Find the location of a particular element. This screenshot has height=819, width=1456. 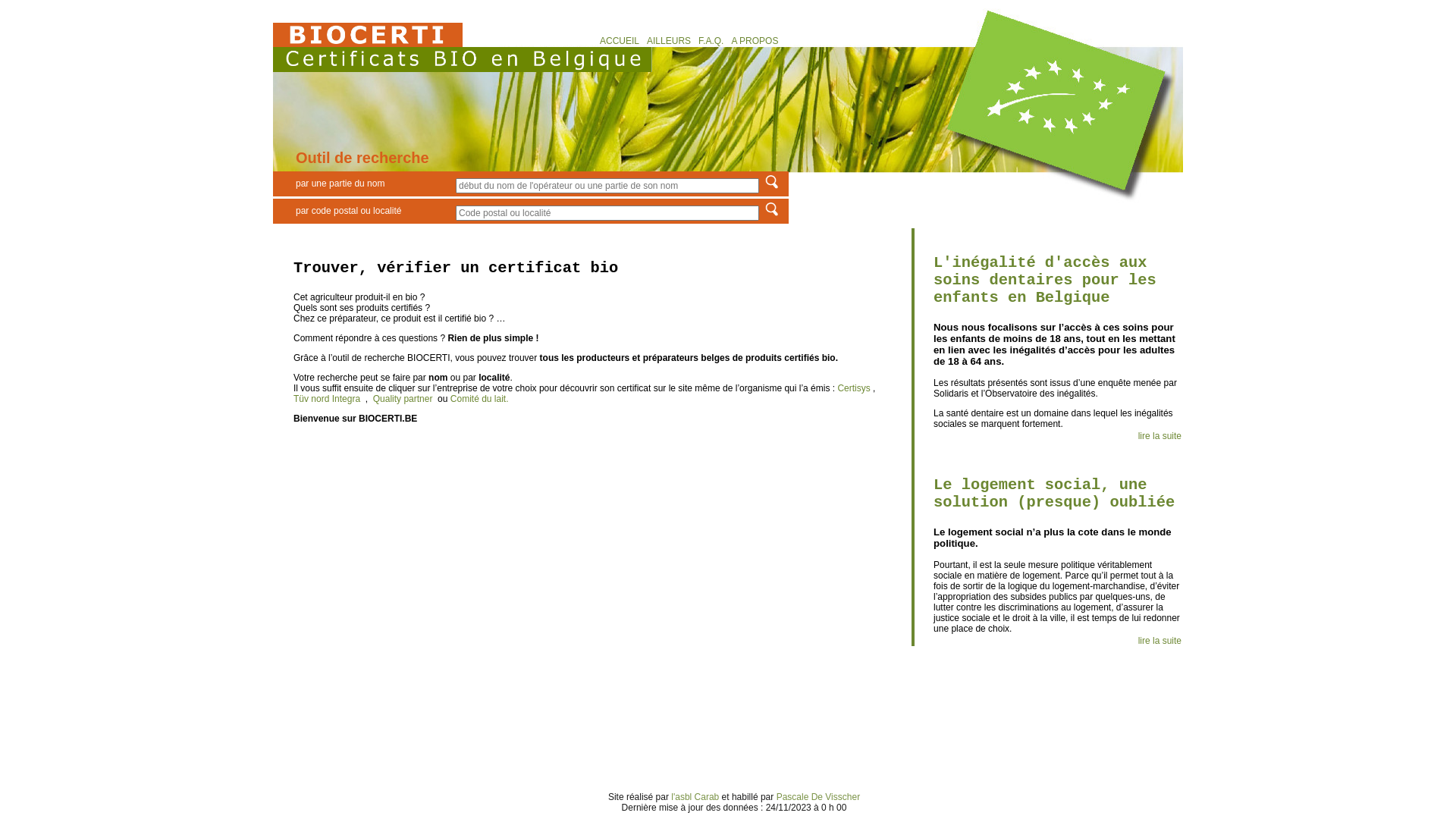

'Pascale De Visscher' is located at coordinates (776, 795).